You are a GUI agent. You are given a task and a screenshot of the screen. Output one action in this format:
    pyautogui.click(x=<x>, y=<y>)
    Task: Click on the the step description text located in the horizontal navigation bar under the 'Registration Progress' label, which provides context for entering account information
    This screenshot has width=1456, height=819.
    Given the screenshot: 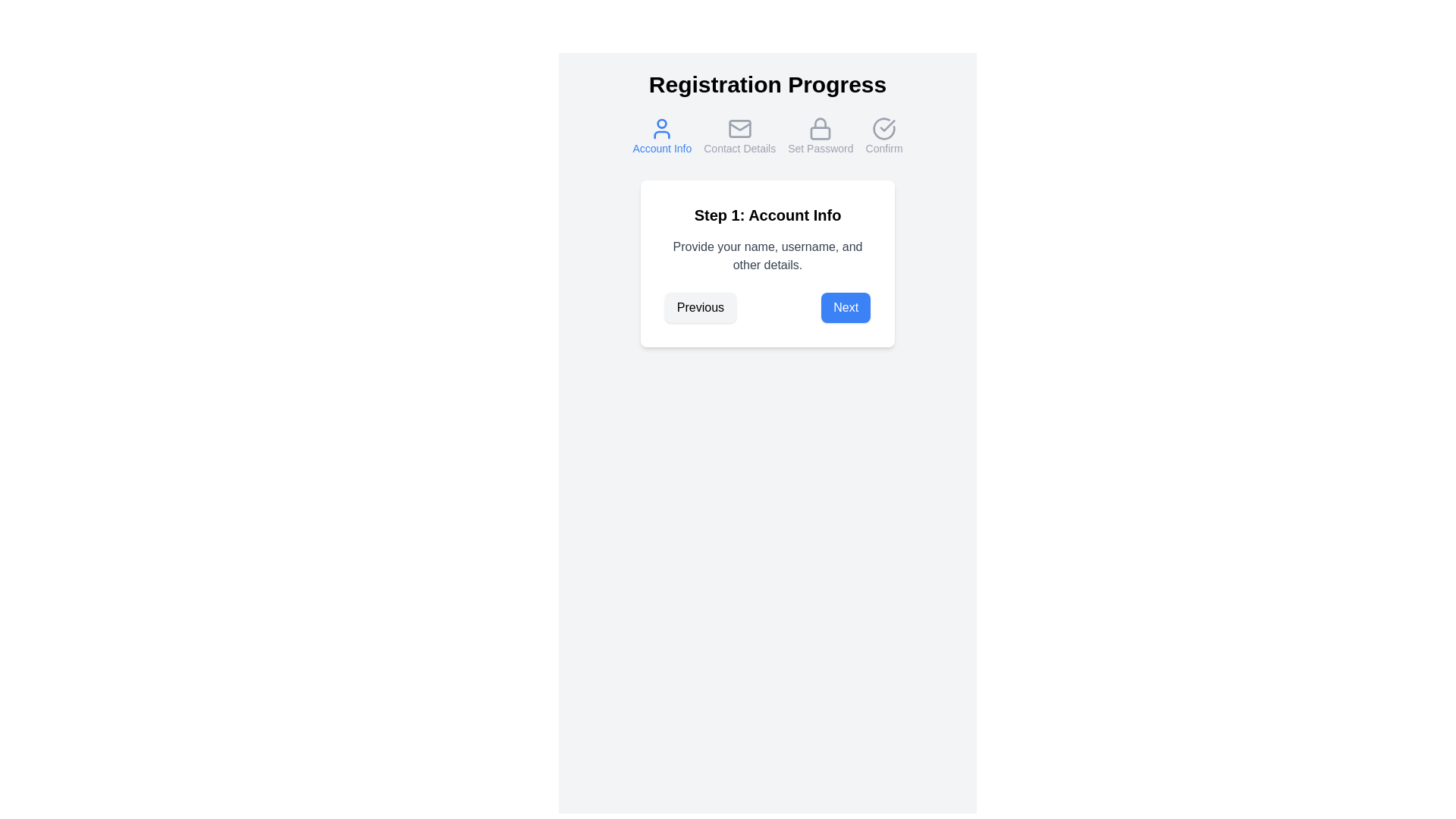 What is the action you would take?
    pyautogui.click(x=662, y=149)
    